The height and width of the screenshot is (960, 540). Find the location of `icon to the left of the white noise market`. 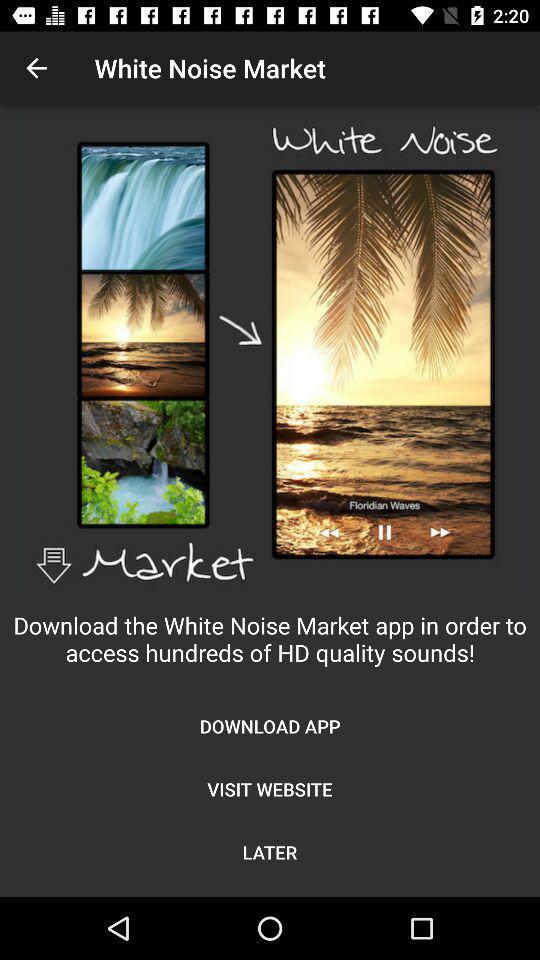

icon to the left of the white noise market is located at coordinates (36, 68).